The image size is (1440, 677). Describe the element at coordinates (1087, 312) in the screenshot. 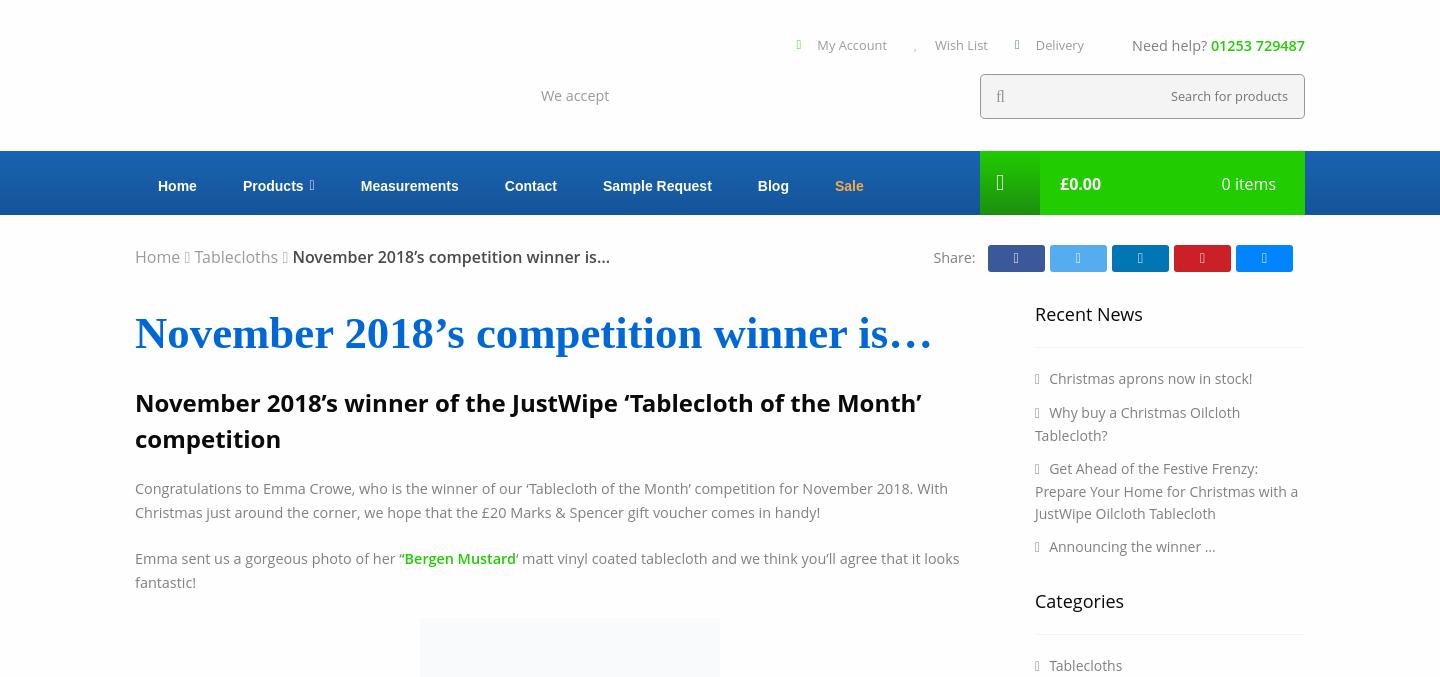

I see `'Recent News'` at that location.